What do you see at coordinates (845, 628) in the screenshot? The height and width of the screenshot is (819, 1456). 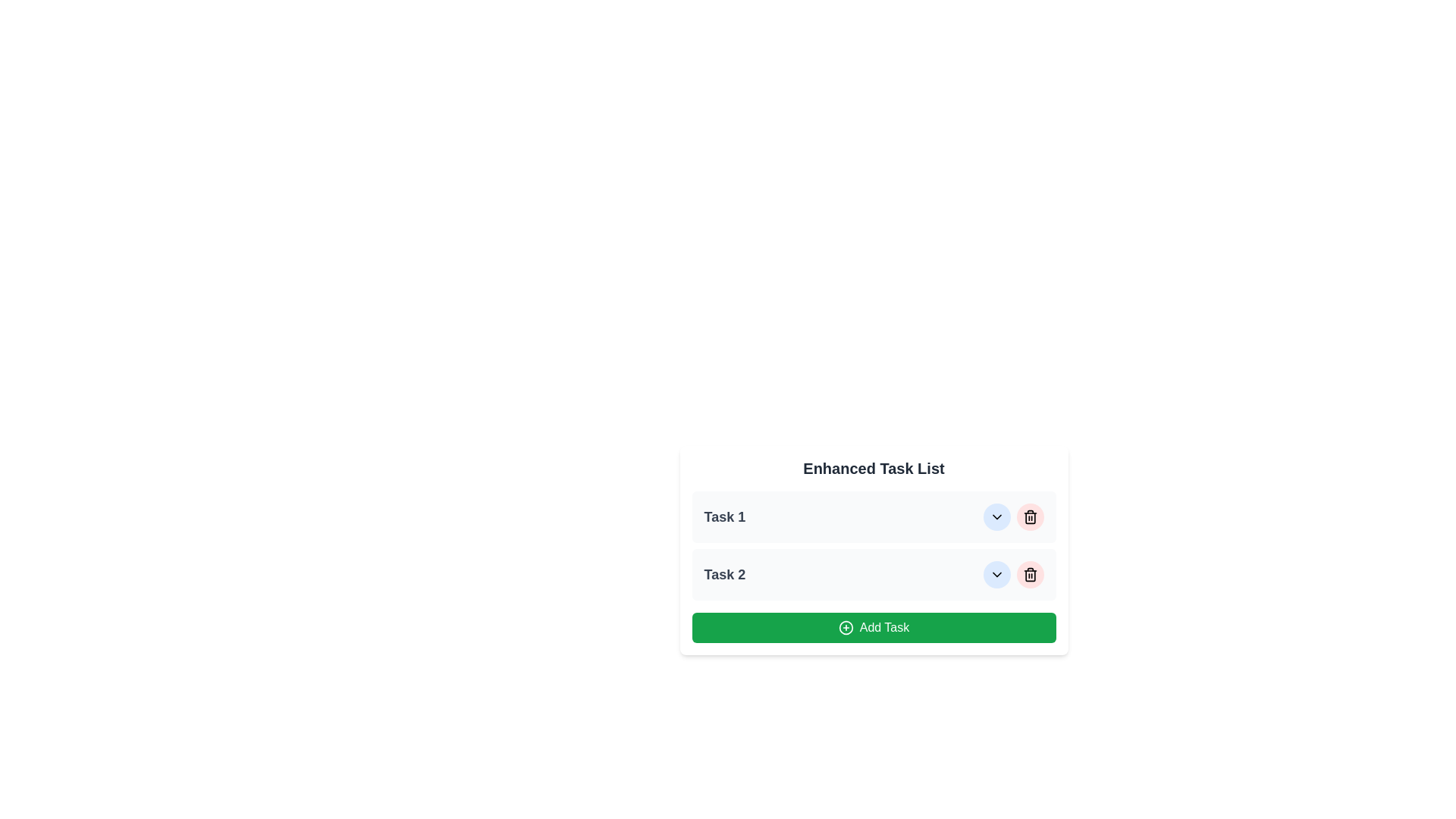 I see `the circular icon with a plus symbol, which is part of the 'Add Task' button located at the bottom center of the interface` at bounding box center [845, 628].